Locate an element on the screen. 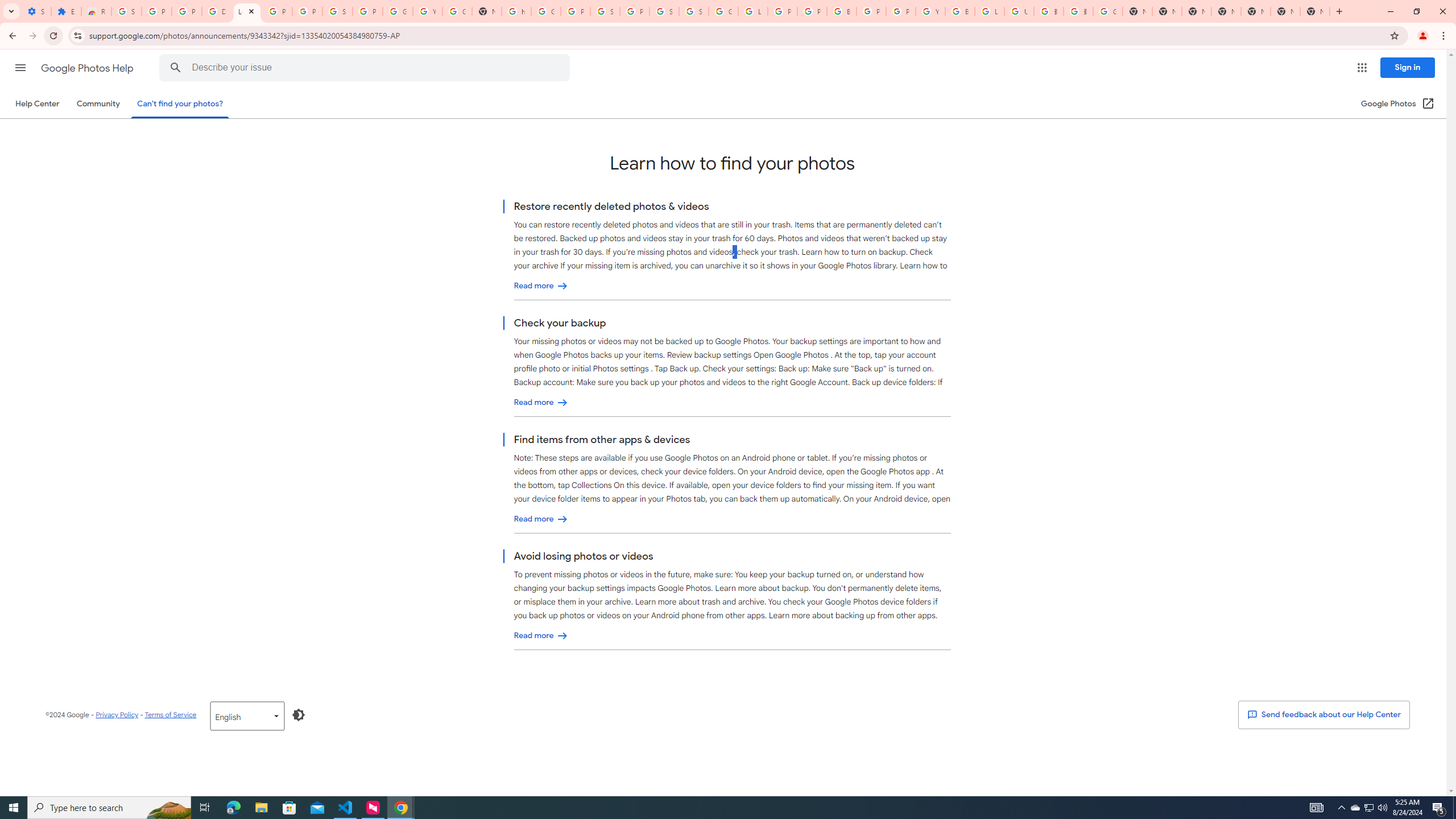 The height and width of the screenshot is (819, 1456). 'Privacy Help Center - Policies Help' is located at coordinates (811, 11).